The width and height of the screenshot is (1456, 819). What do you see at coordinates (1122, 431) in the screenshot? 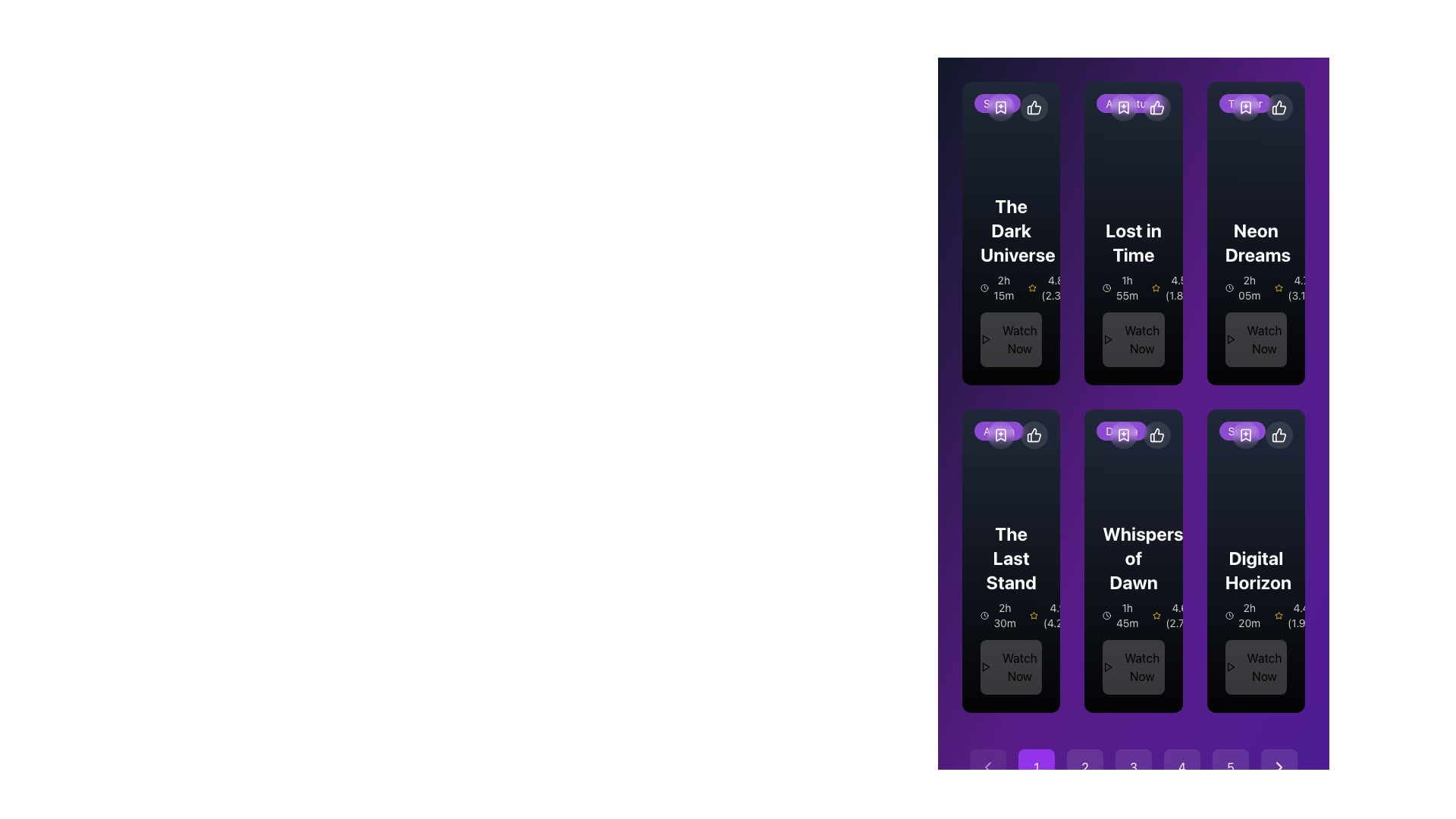
I see `the 'Drama' category tag located in the upper section of the movie card for 'Whispers of Dawn', positioned in the second column of the second row in the grid layout` at bounding box center [1122, 431].